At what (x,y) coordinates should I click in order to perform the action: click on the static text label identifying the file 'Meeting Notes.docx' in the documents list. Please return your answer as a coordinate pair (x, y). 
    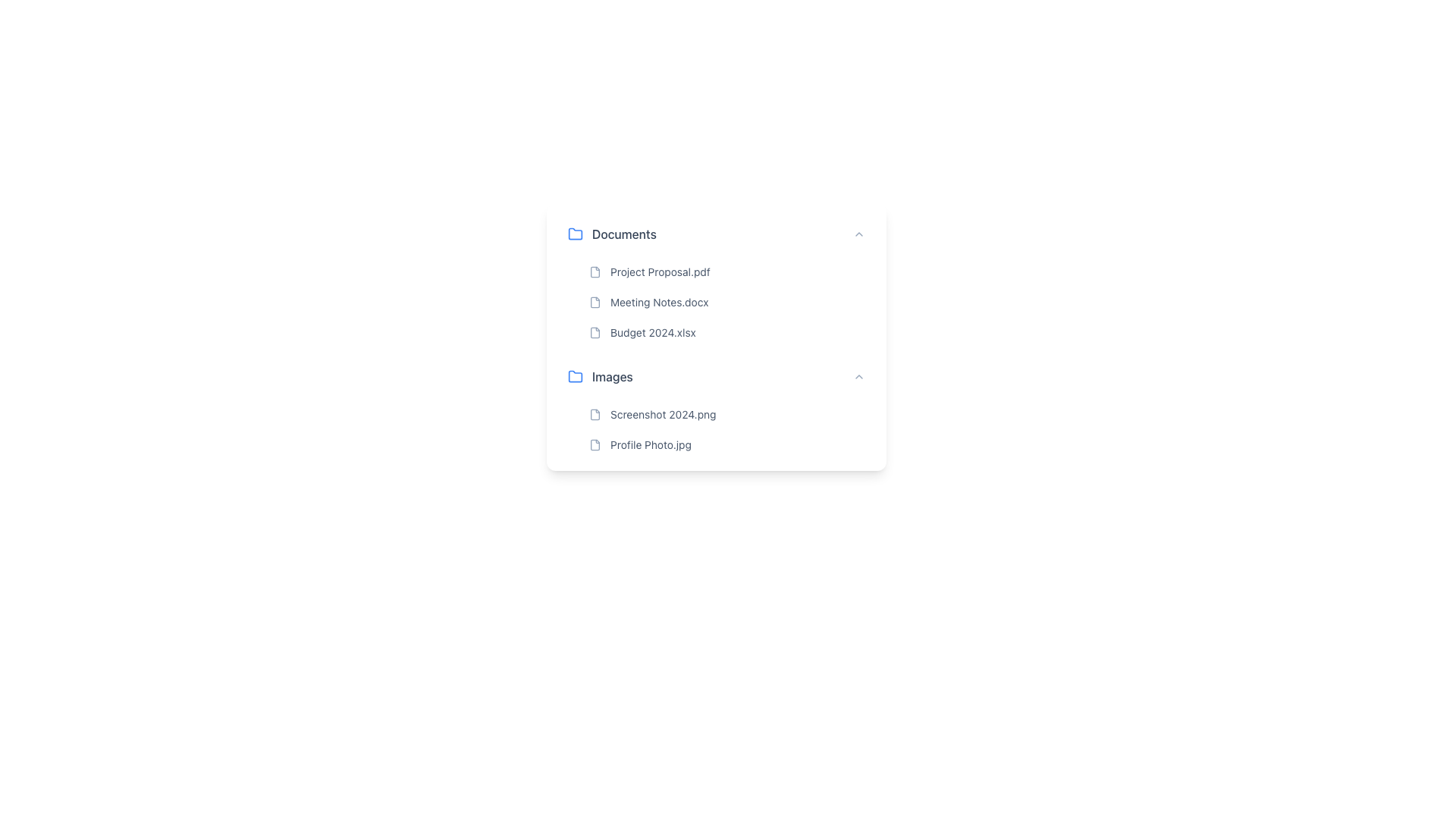
    Looking at the image, I should click on (659, 302).